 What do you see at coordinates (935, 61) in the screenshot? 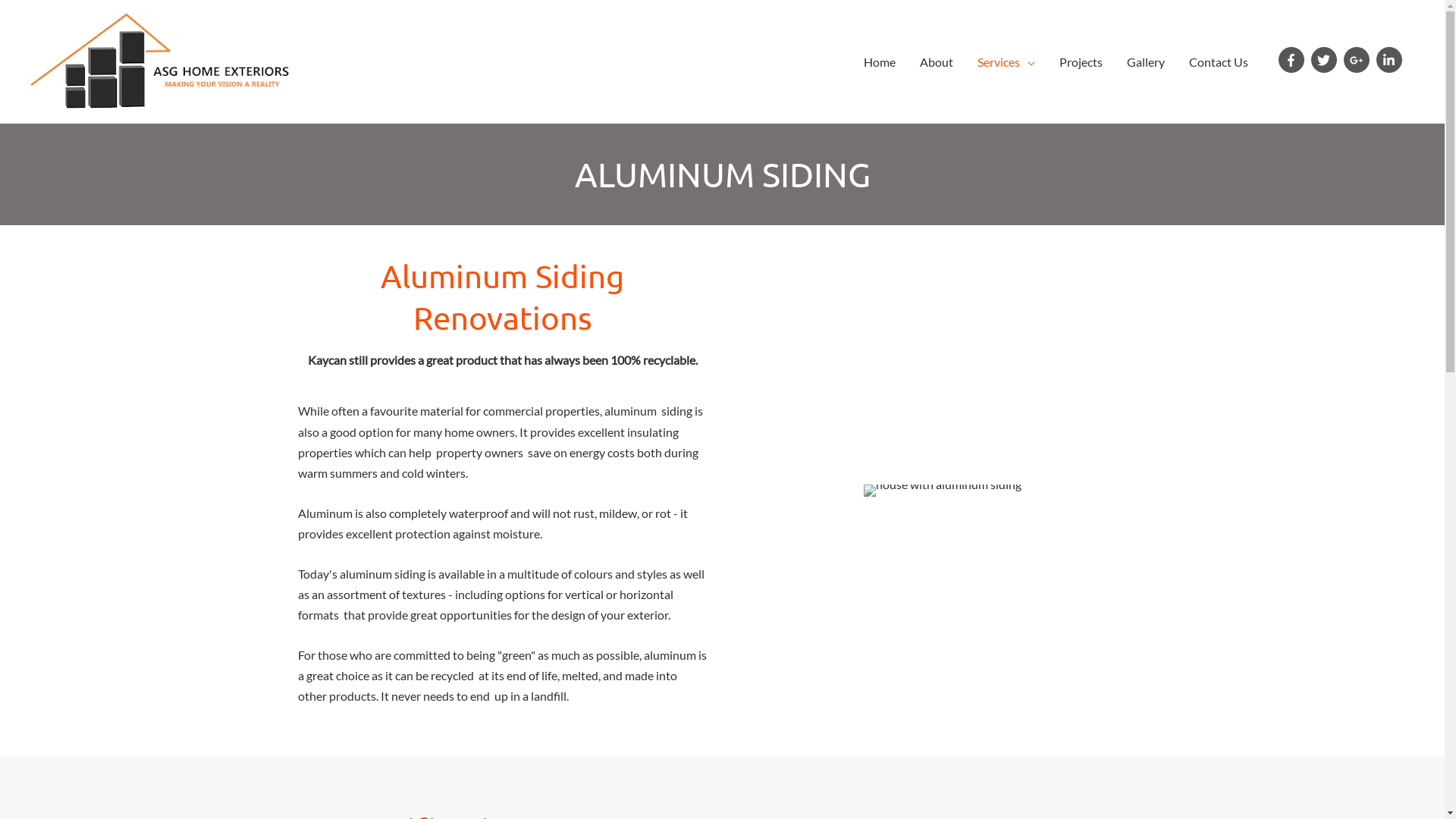
I see `'About'` at bounding box center [935, 61].